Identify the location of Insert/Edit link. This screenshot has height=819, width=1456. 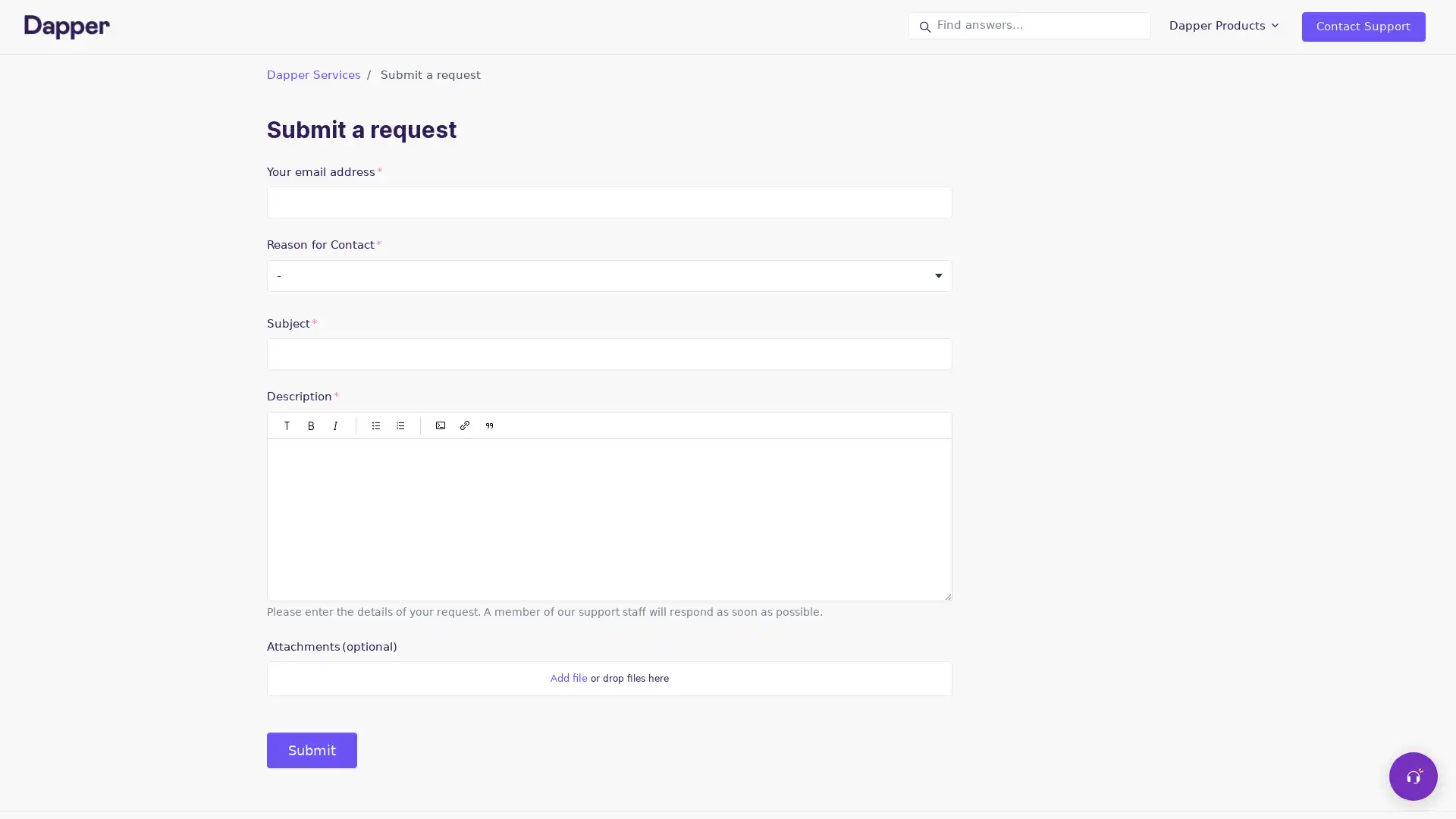
(464, 425).